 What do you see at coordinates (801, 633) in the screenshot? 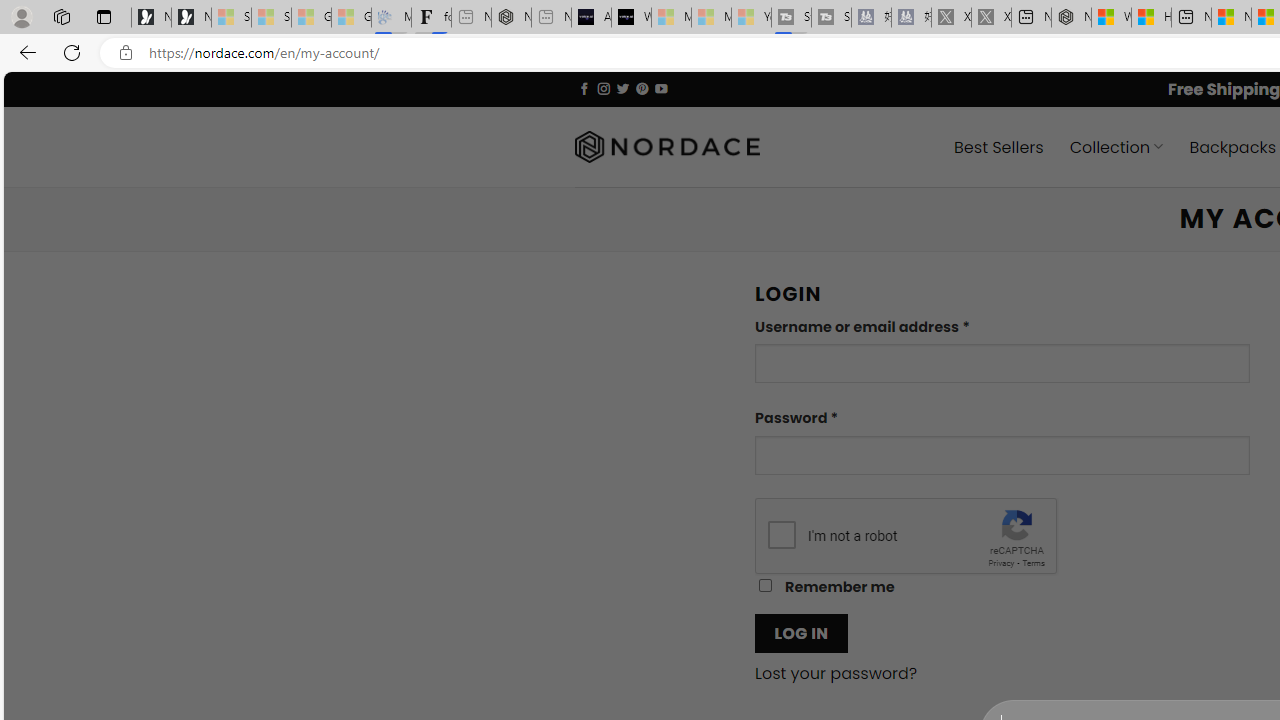
I see `'LOG IN'` at bounding box center [801, 633].